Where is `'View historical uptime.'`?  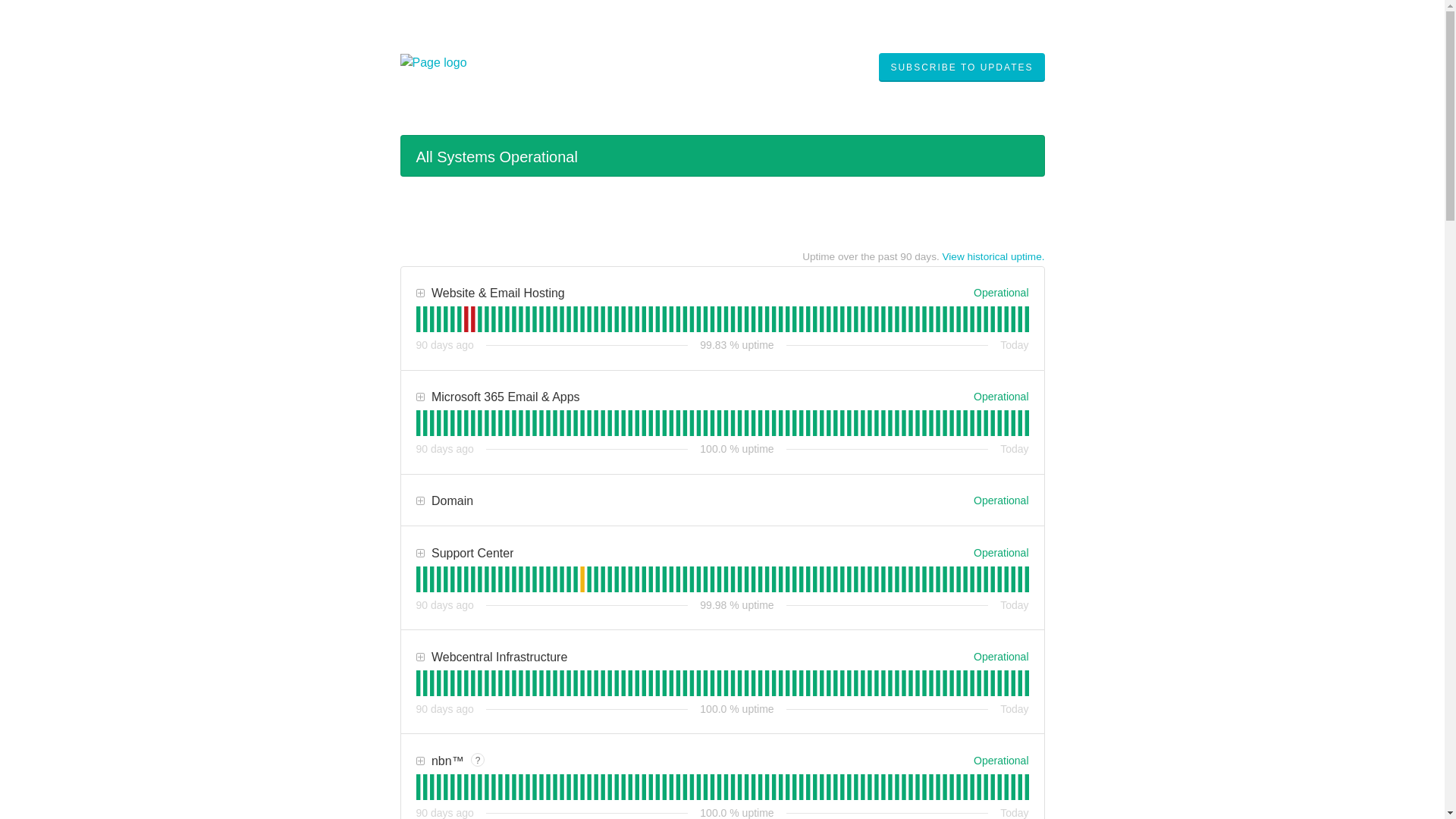 'View historical uptime.' is located at coordinates (993, 256).